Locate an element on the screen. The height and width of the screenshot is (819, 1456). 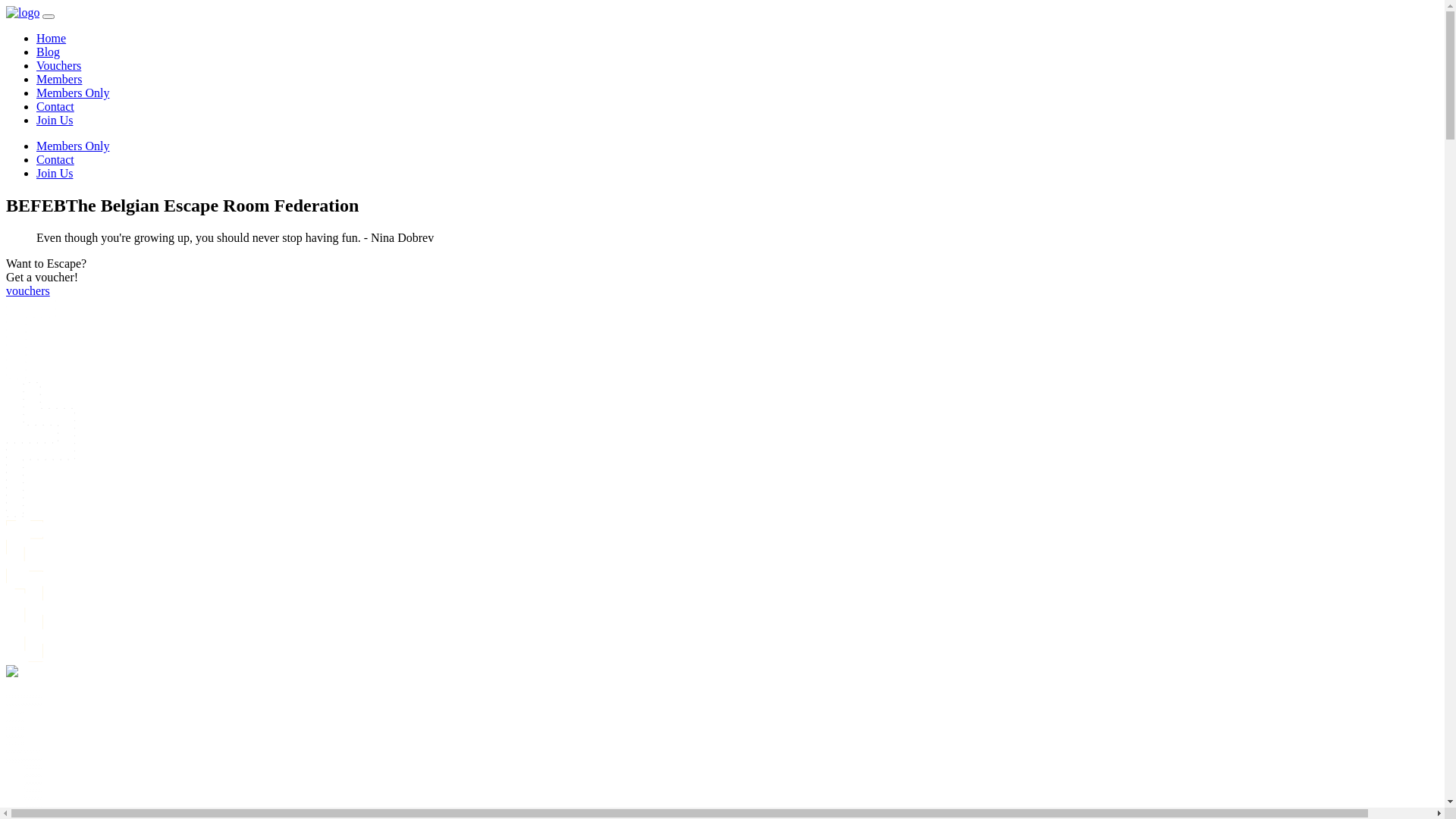
'Home' is located at coordinates (36, 37).